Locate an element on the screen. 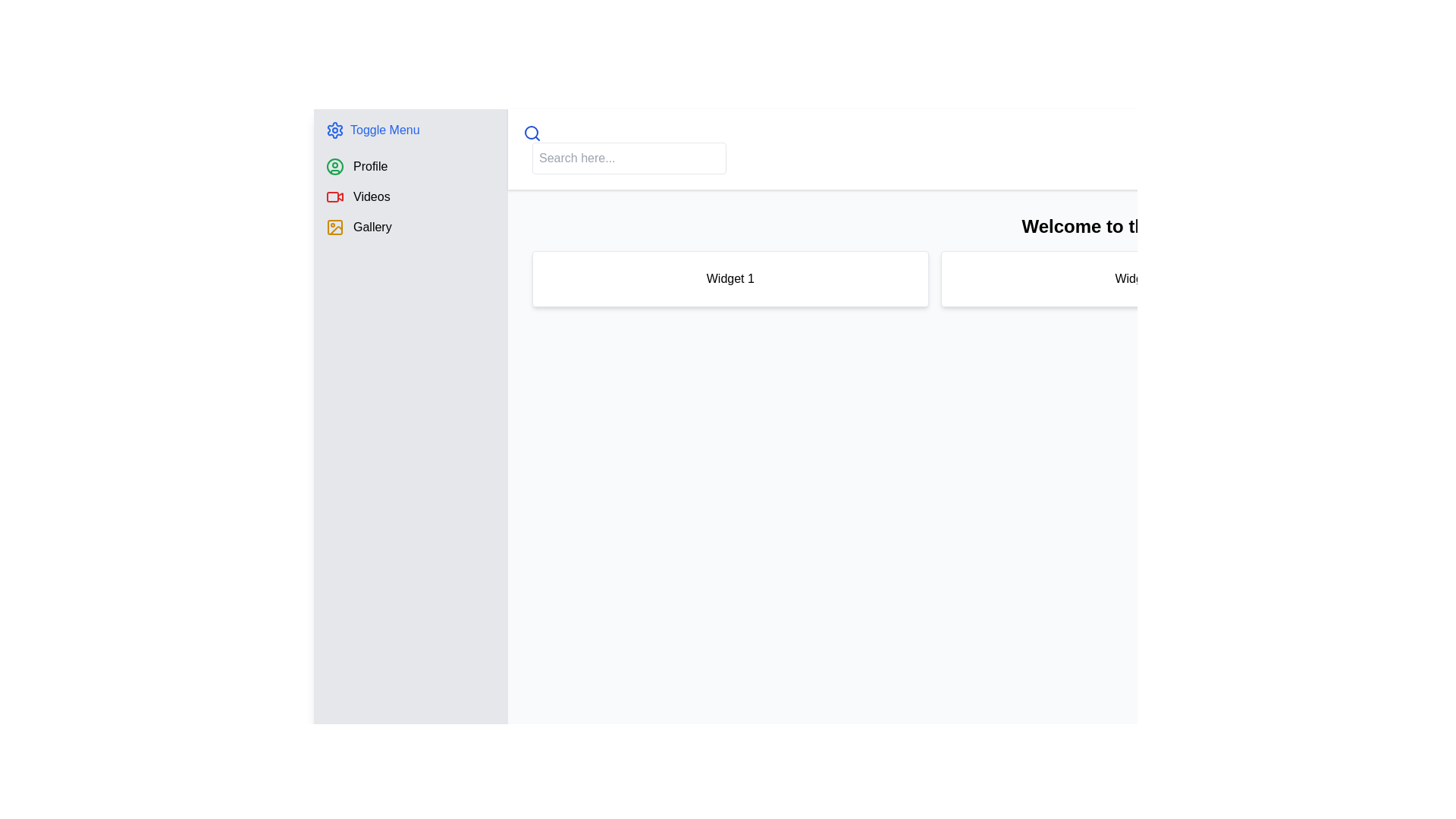 The image size is (1456, 819). the cogwheel-shaped icon in the left-side navigation panel is located at coordinates (334, 130).